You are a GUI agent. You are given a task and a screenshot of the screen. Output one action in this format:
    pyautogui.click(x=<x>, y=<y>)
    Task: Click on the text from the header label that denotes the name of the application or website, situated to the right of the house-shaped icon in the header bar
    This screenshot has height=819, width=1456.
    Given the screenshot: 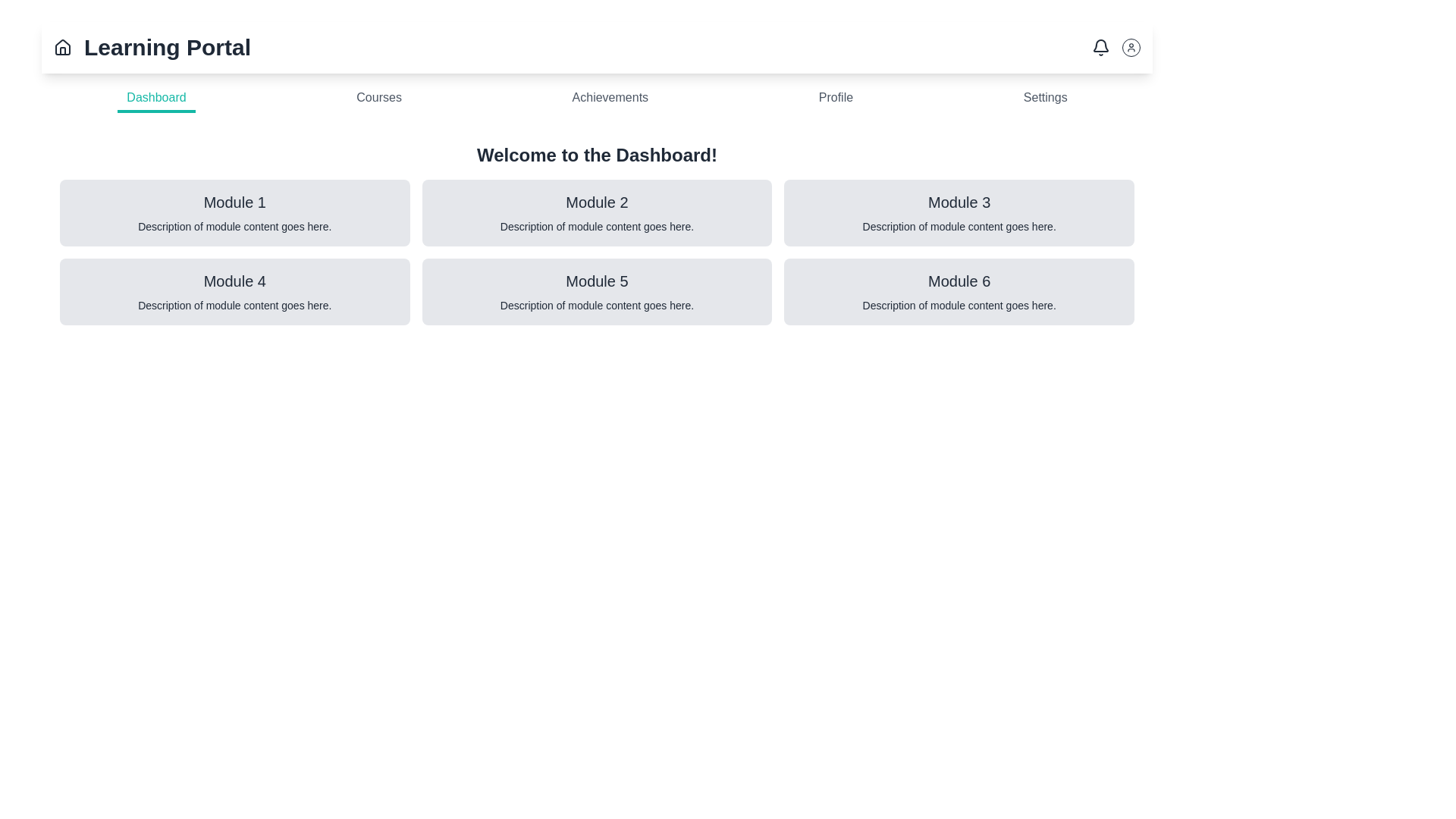 What is the action you would take?
    pyautogui.click(x=167, y=46)
    